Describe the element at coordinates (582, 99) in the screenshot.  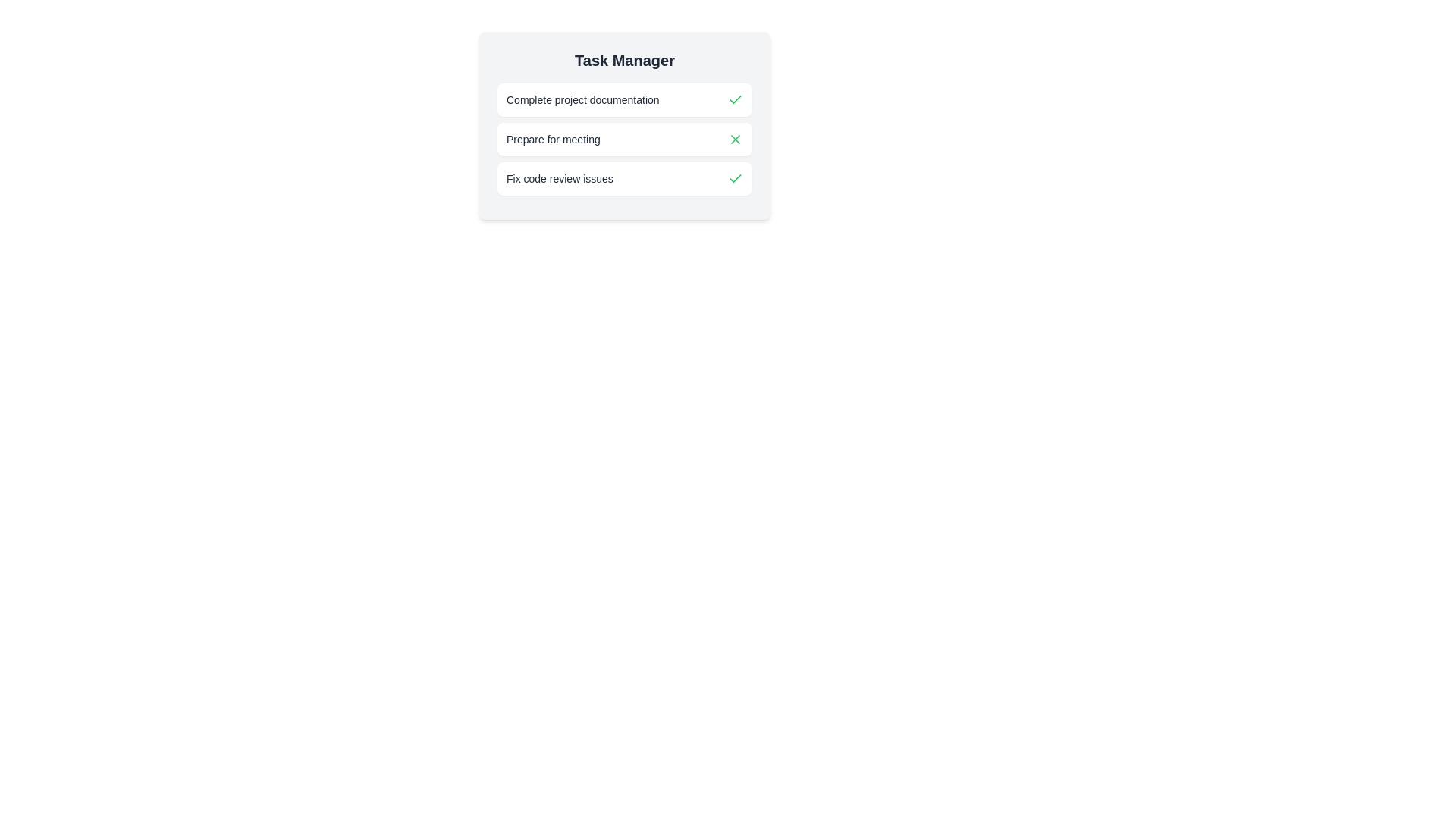
I see `the text label that describes the task or item in the topmost task card of the 'Task Manager' list` at that location.